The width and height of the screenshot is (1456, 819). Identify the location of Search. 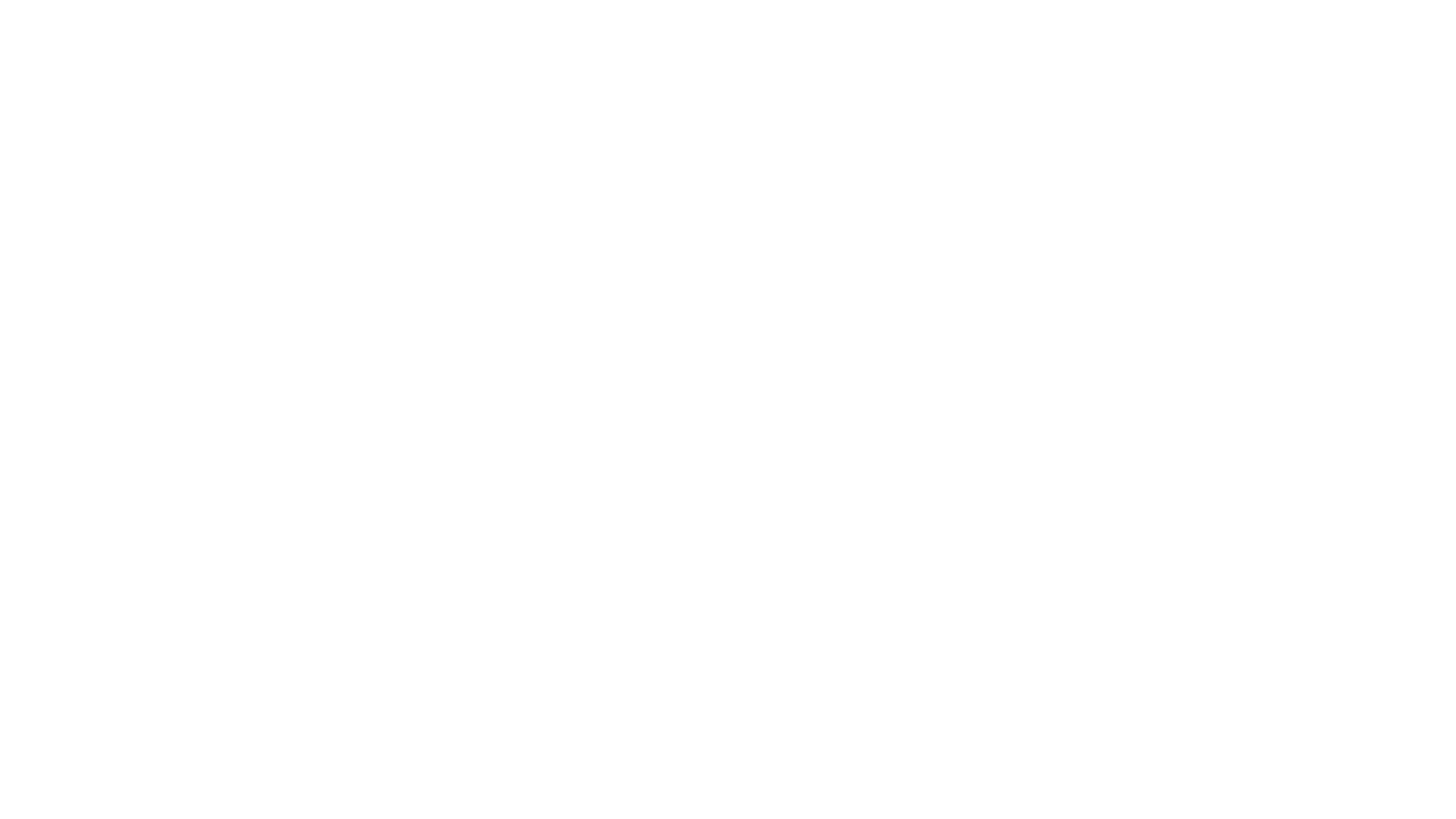
(1169, 20).